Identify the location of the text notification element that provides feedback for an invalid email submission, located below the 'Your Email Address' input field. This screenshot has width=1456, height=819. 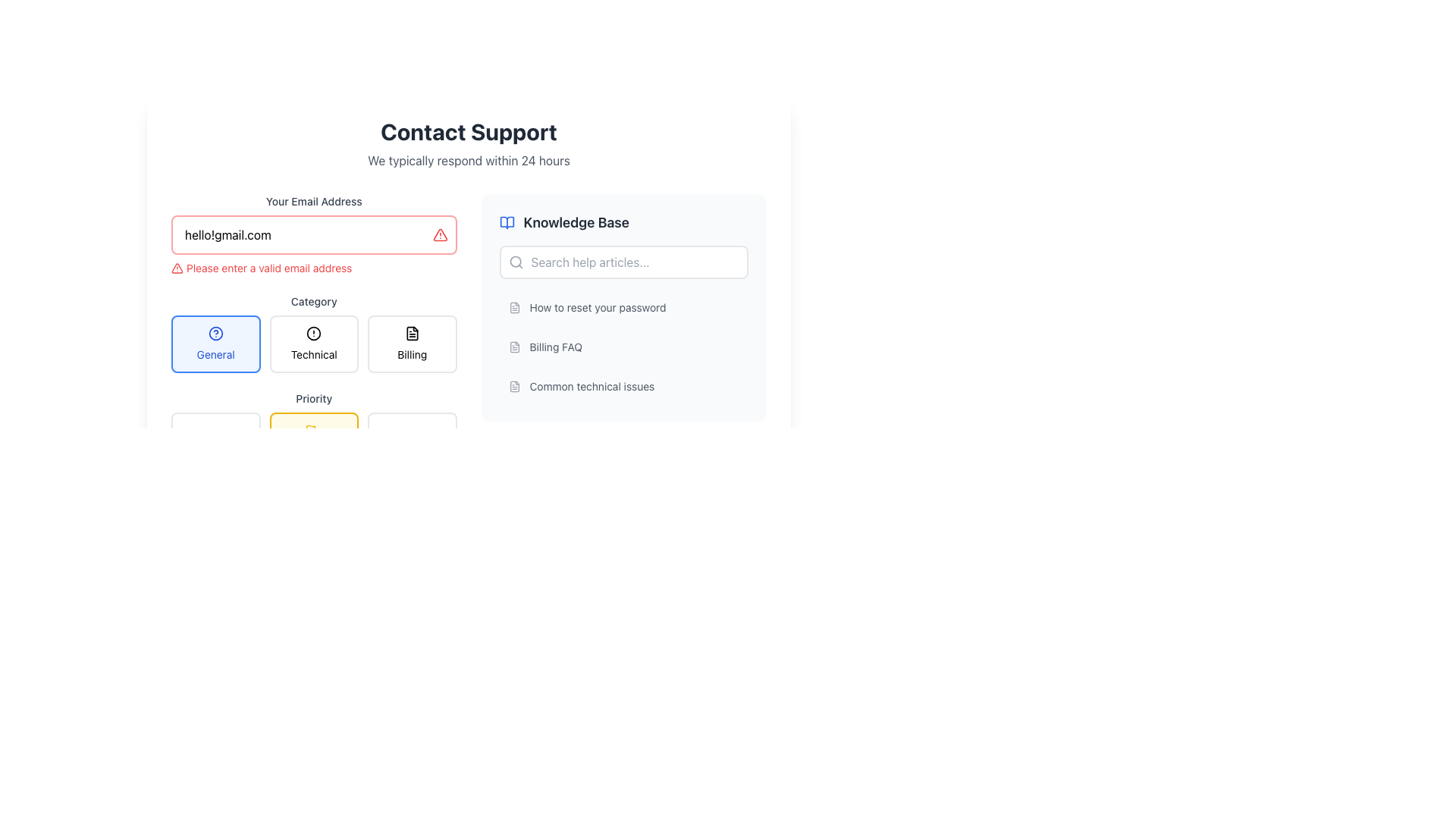
(313, 268).